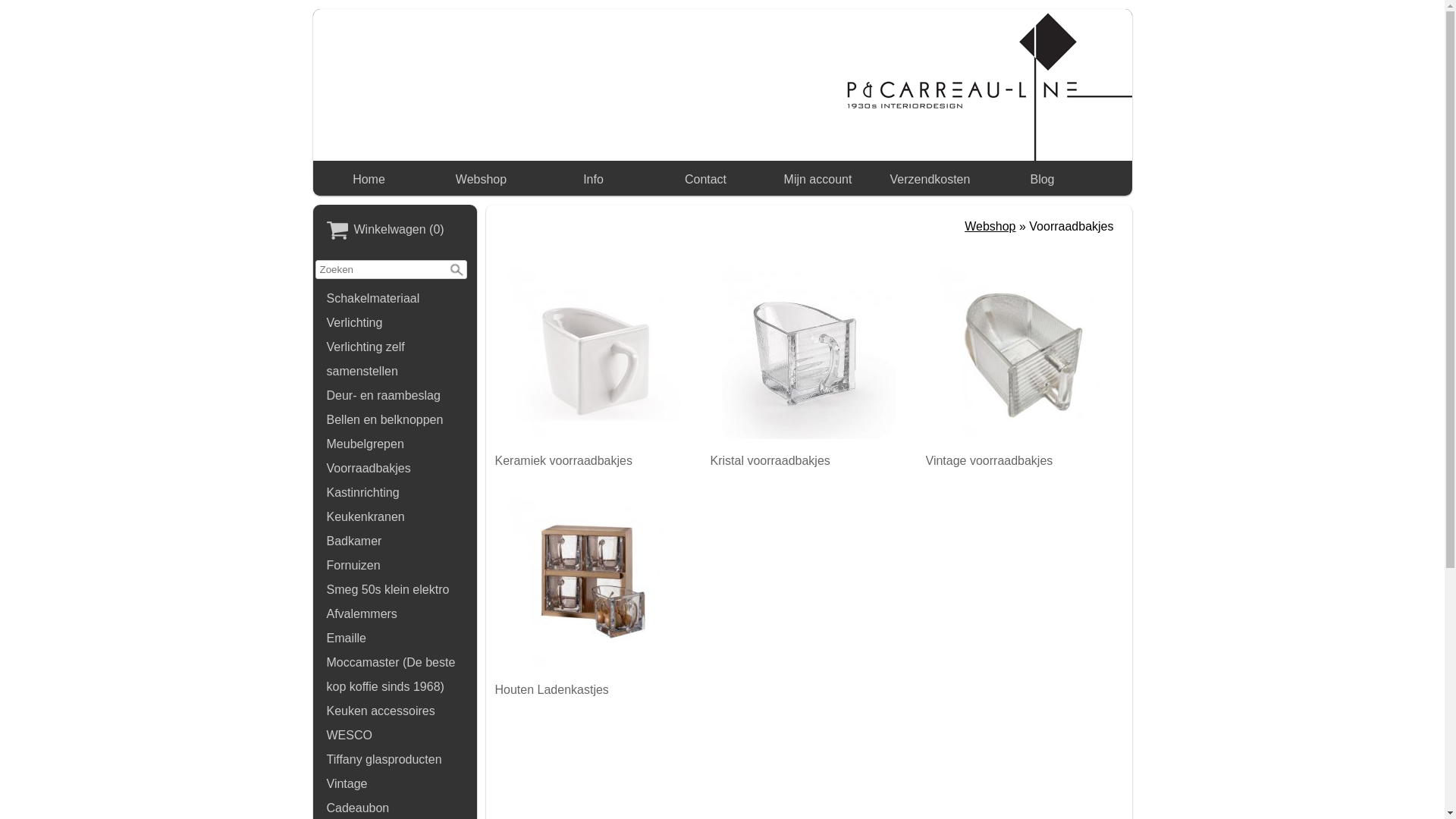  Describe the element at coordinates (395, 711) in the screenshot. I see `'Keuken accessoires'` at that location.